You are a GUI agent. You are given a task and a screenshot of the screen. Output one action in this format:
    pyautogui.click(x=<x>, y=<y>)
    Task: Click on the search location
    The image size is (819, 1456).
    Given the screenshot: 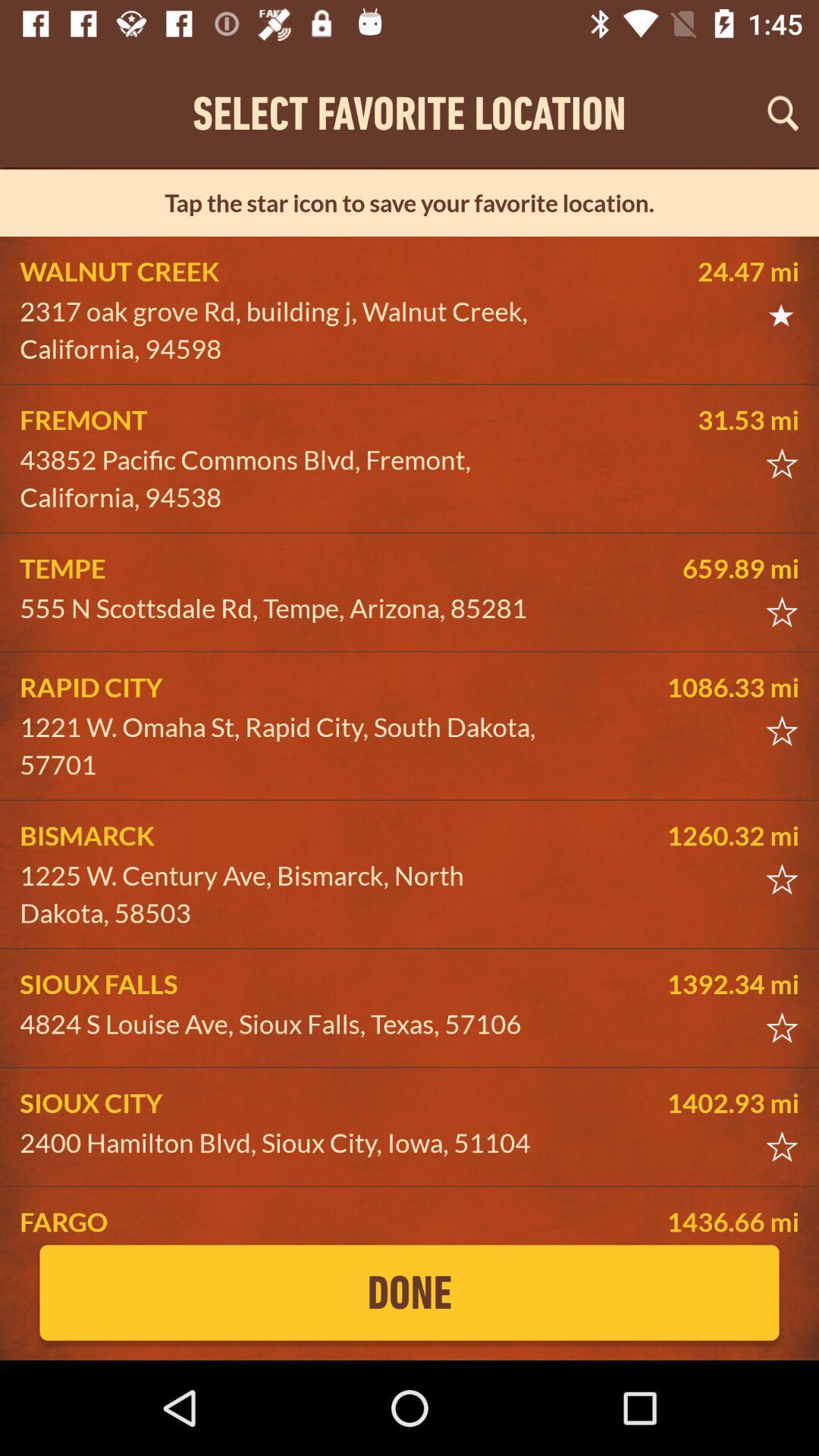 What is the action you would take?
    pyautogui.click(x=783, y=112)
    